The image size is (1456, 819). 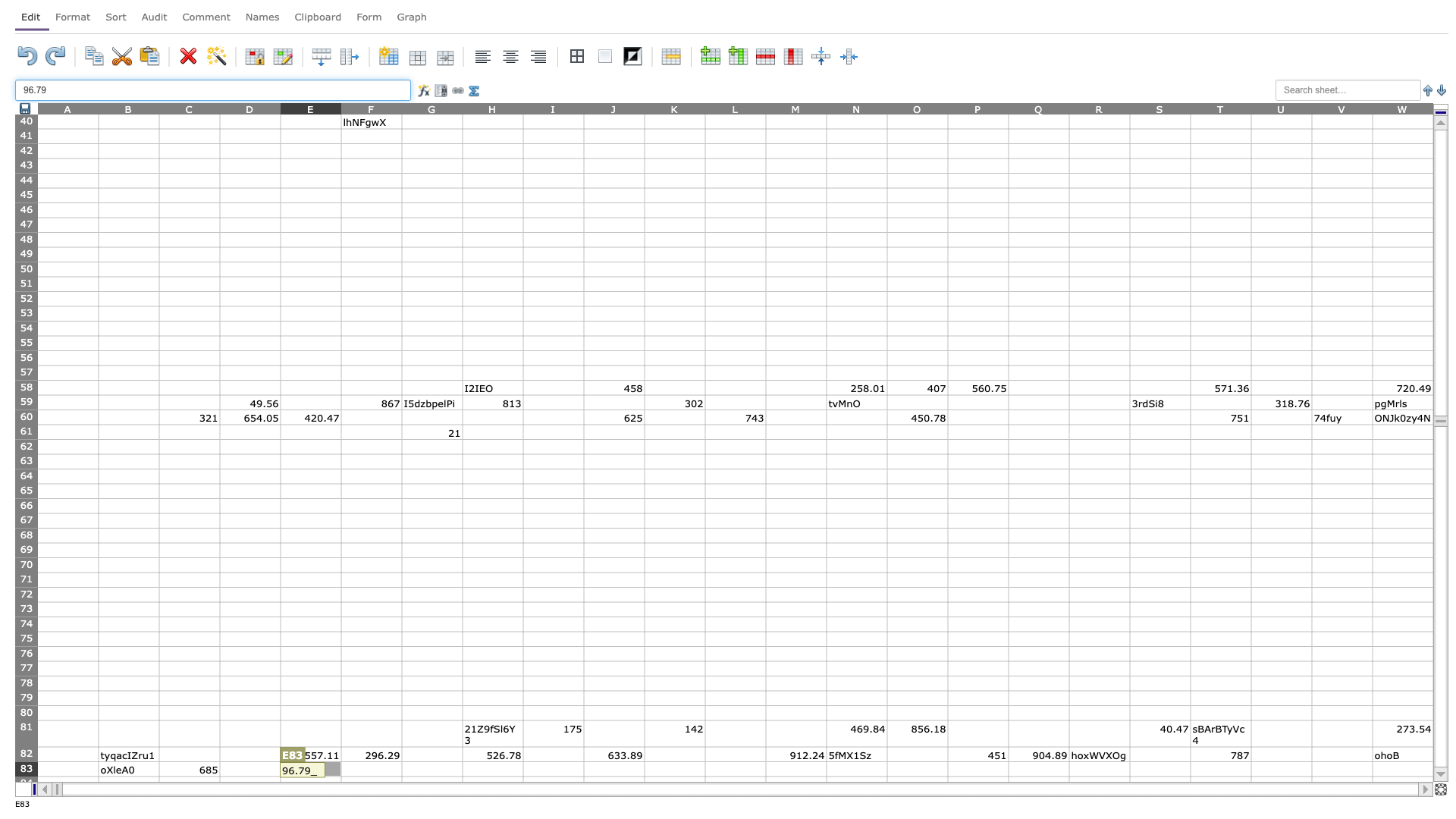 I want to click on right border at column G row 83, so click(x=461, y=769).